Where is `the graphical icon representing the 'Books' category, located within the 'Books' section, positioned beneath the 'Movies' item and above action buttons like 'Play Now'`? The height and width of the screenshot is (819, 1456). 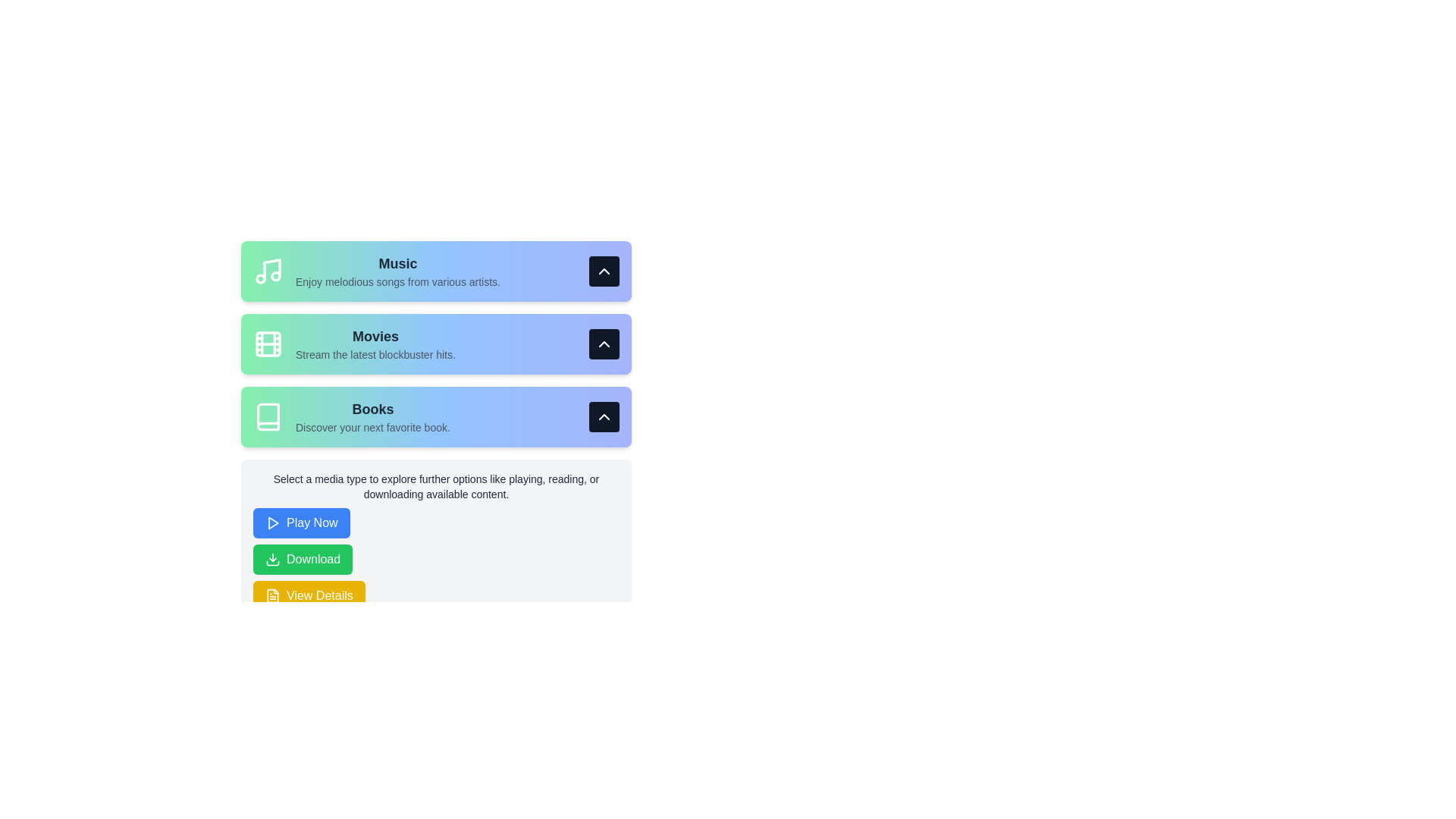 the graphical icon representing the 'Books' category, located within the 'Books' section, positioned beneath the 'Movies' item and above action buttons like 'Play Now' is located at coordinates (268, 417).